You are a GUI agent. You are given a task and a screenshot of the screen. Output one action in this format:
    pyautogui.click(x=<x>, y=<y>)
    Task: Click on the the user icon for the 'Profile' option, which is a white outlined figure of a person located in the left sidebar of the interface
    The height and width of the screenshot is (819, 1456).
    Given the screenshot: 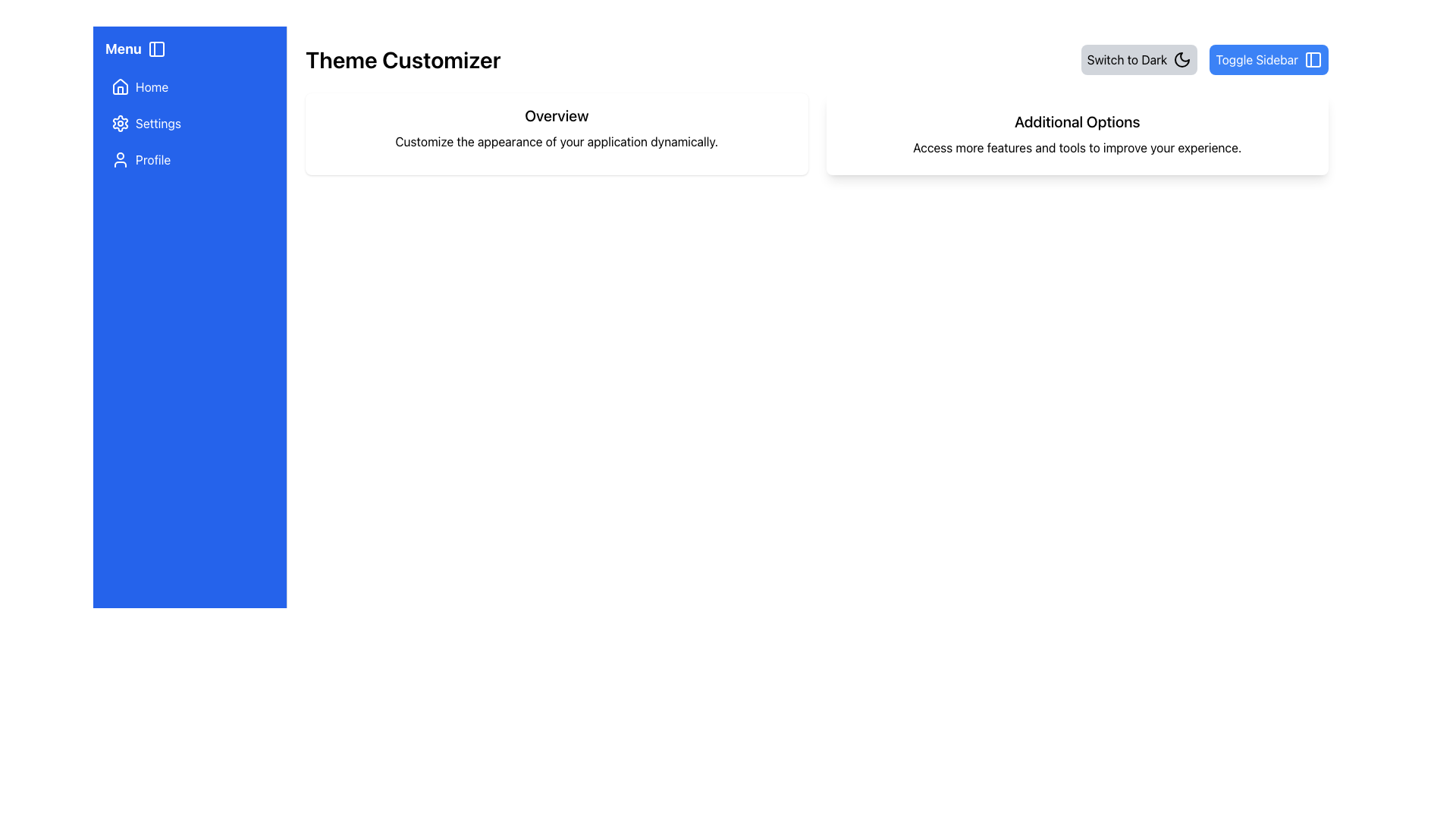 What is the action you would take?
    pyautogui.click(x=119, y=160)
    